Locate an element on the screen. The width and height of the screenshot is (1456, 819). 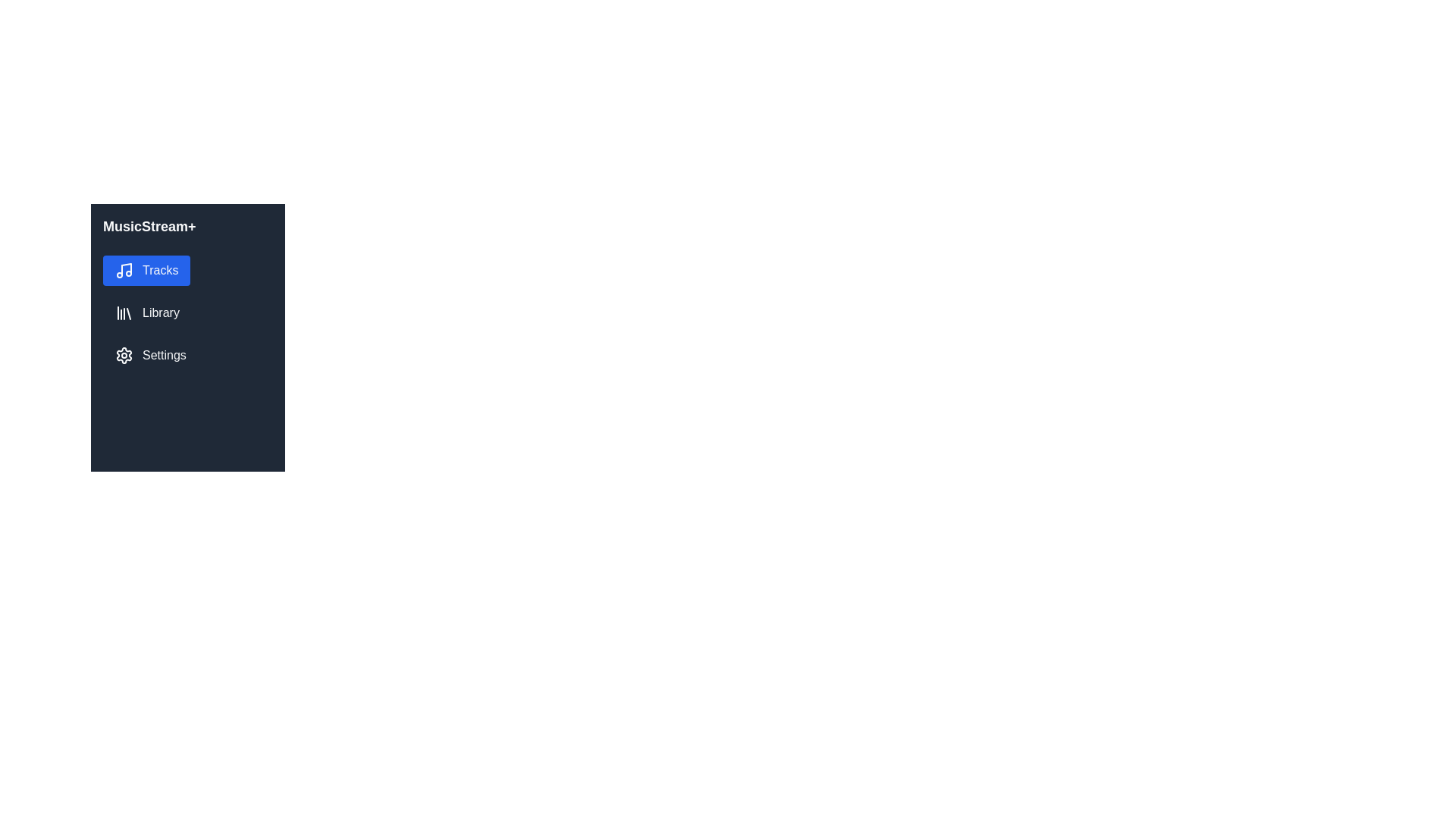
the 'Library' text label in the navigation menu is located at coordinates (161, 312).